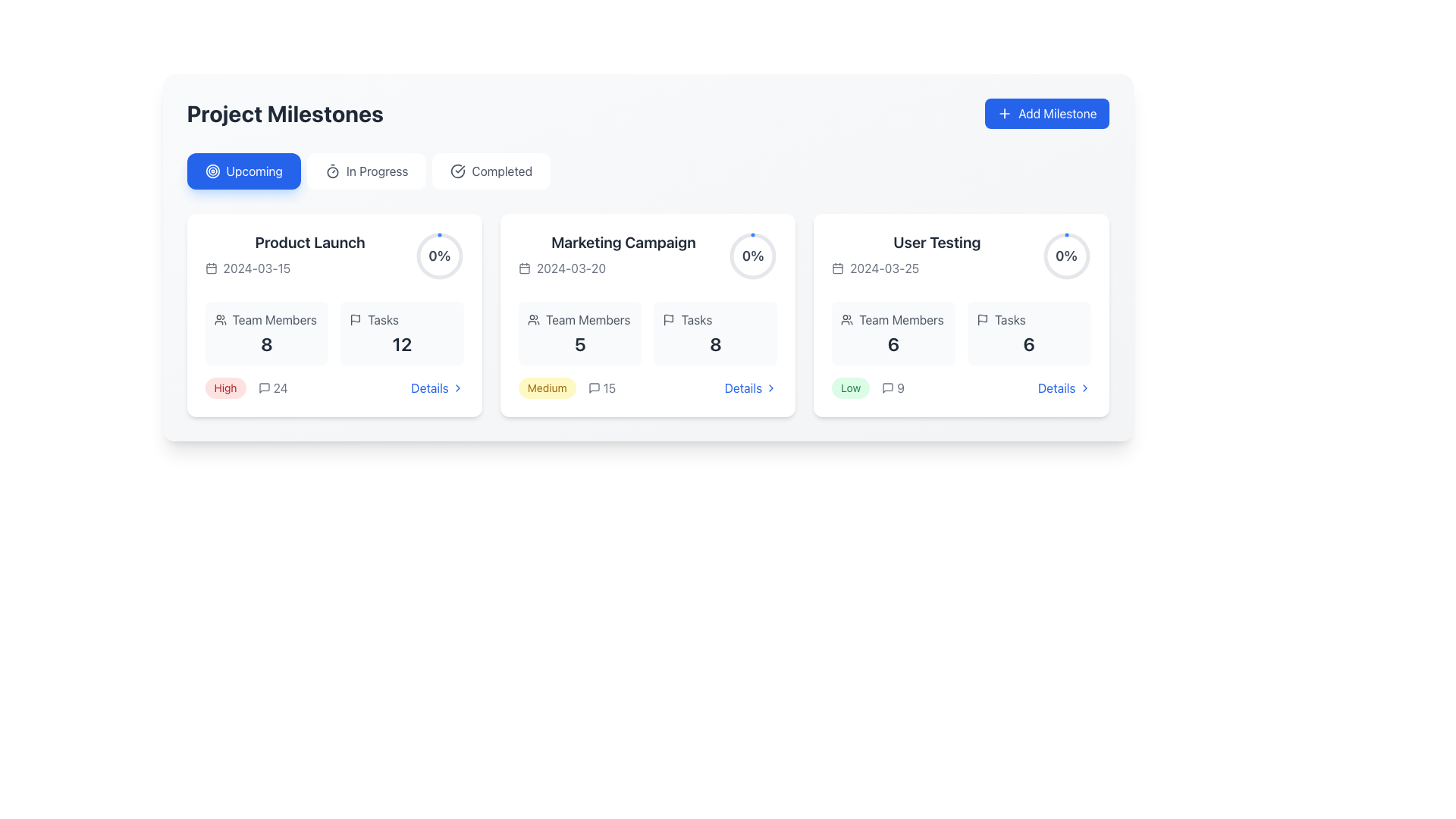 This screenshot has width=1456, height=819. What do you see at coordinates (524, 268) in the screenshot?
I see `the calendar icon located in the 'Marketing Campaign' card, which is a small square with rounded corners, positioned directly to the left of the date text '2024-03-20'` at bounding box center [524, 268].